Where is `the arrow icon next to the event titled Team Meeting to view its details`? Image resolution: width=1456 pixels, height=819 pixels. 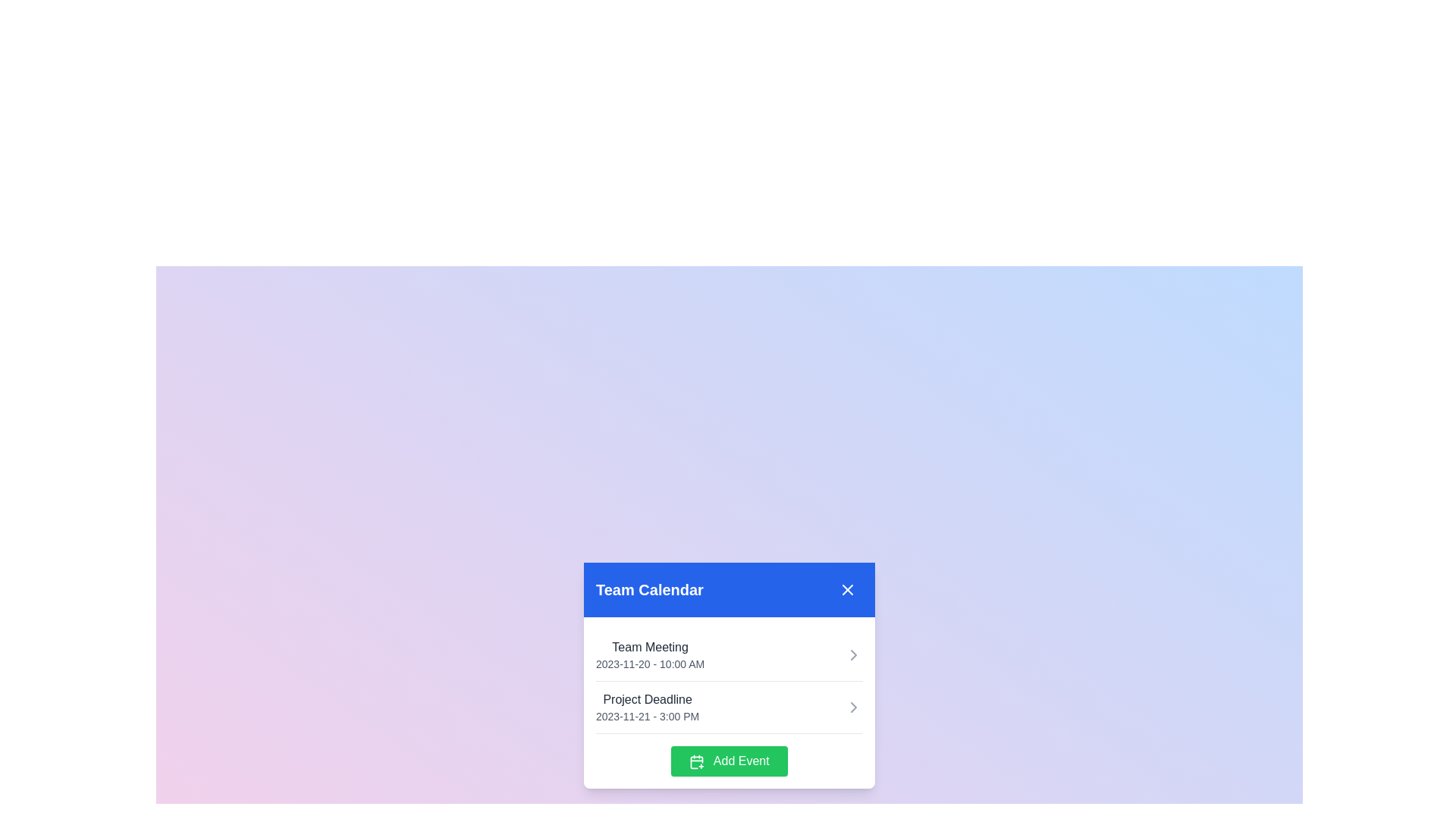
the arrow icon next to the event titled Team Meeting to view its details is located at coordinates (854, 654).